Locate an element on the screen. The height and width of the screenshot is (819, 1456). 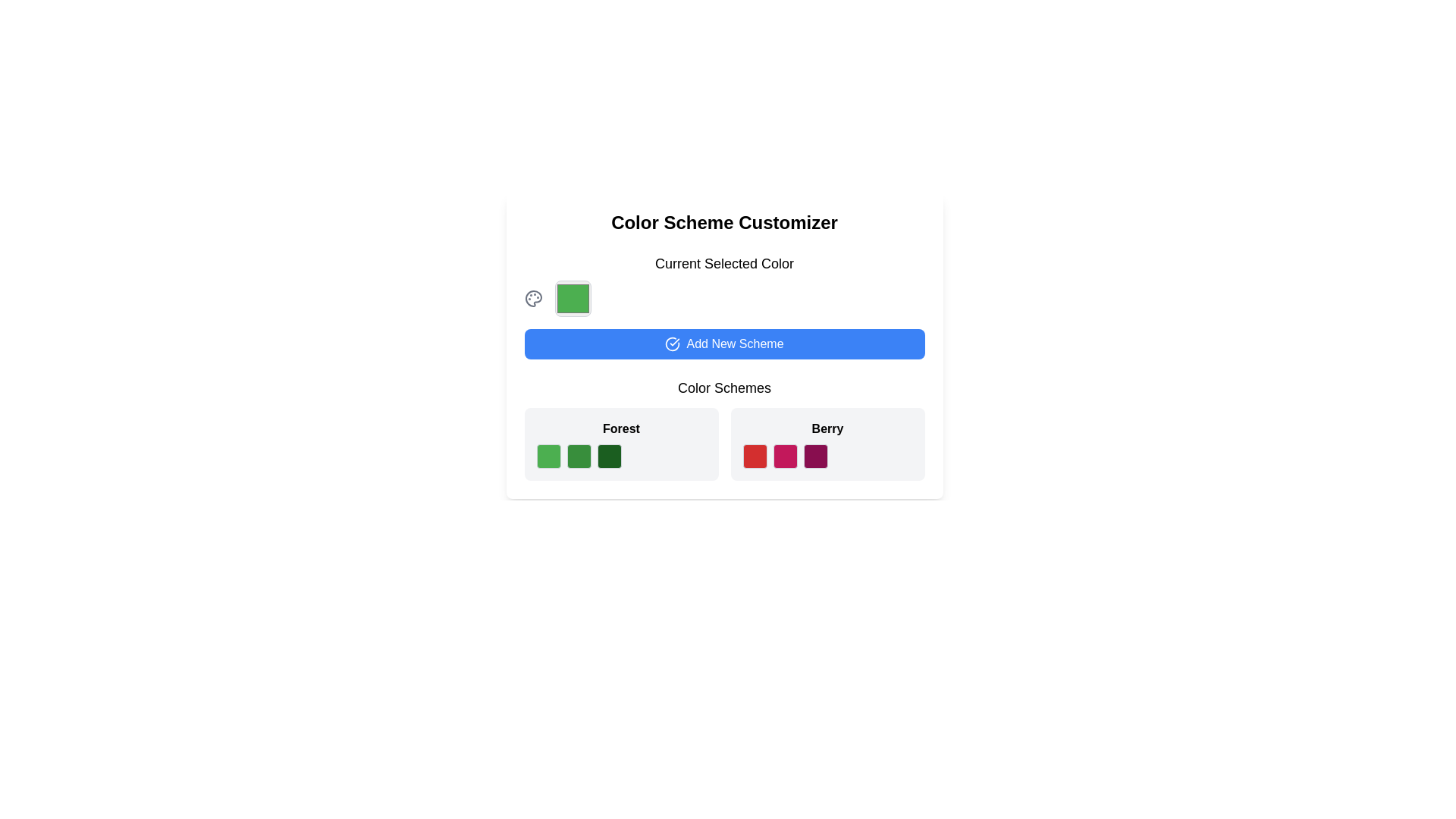
the button that triggers the action of adding a new color scheme to the interface, located centrally below a green color indicator and above the 'Color Schemes' section is located at coordinates (723, 344).